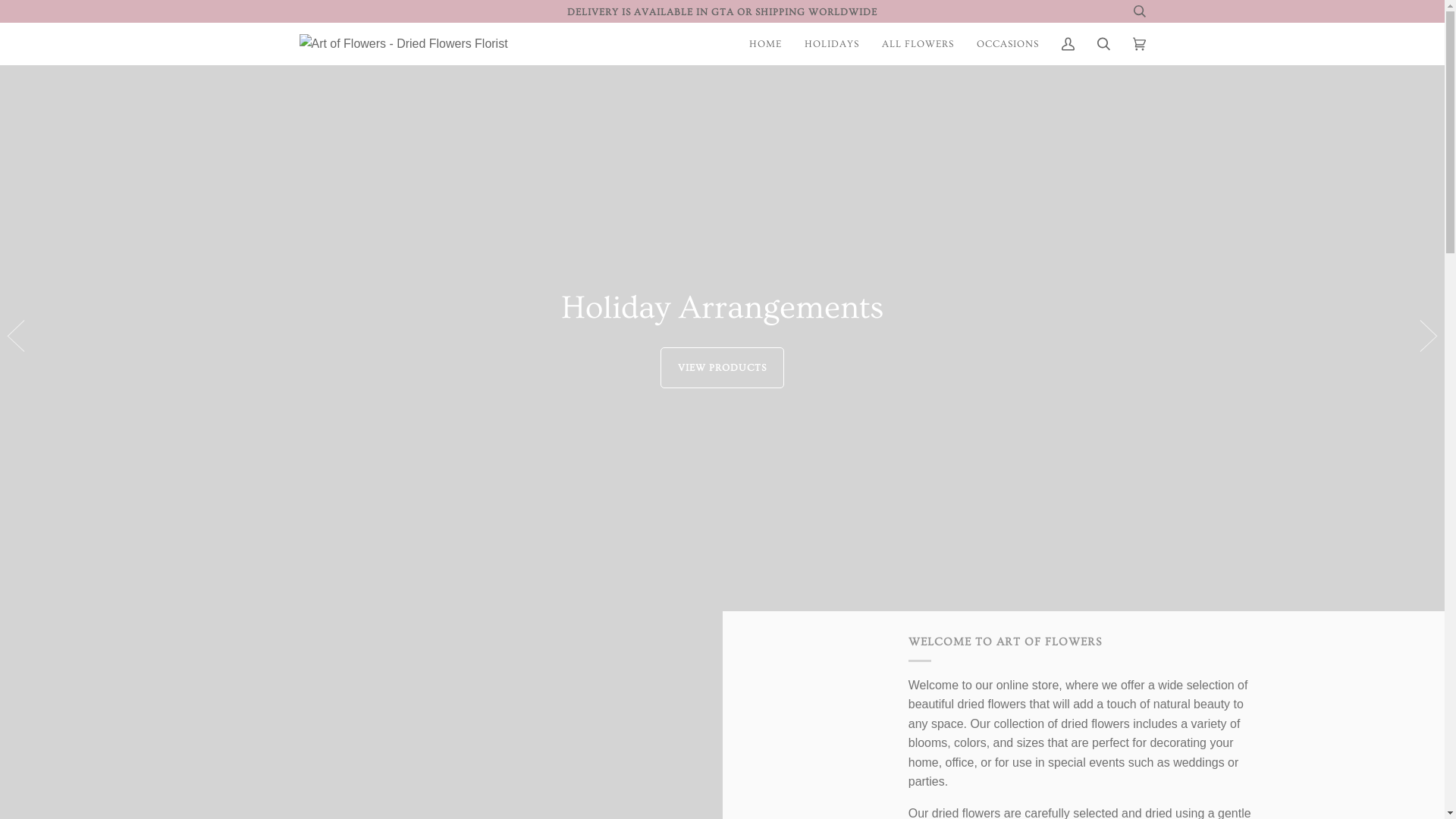  Describe the element at coordinates (764, 42) in the screenshot. I see `'HOME'` at that location.